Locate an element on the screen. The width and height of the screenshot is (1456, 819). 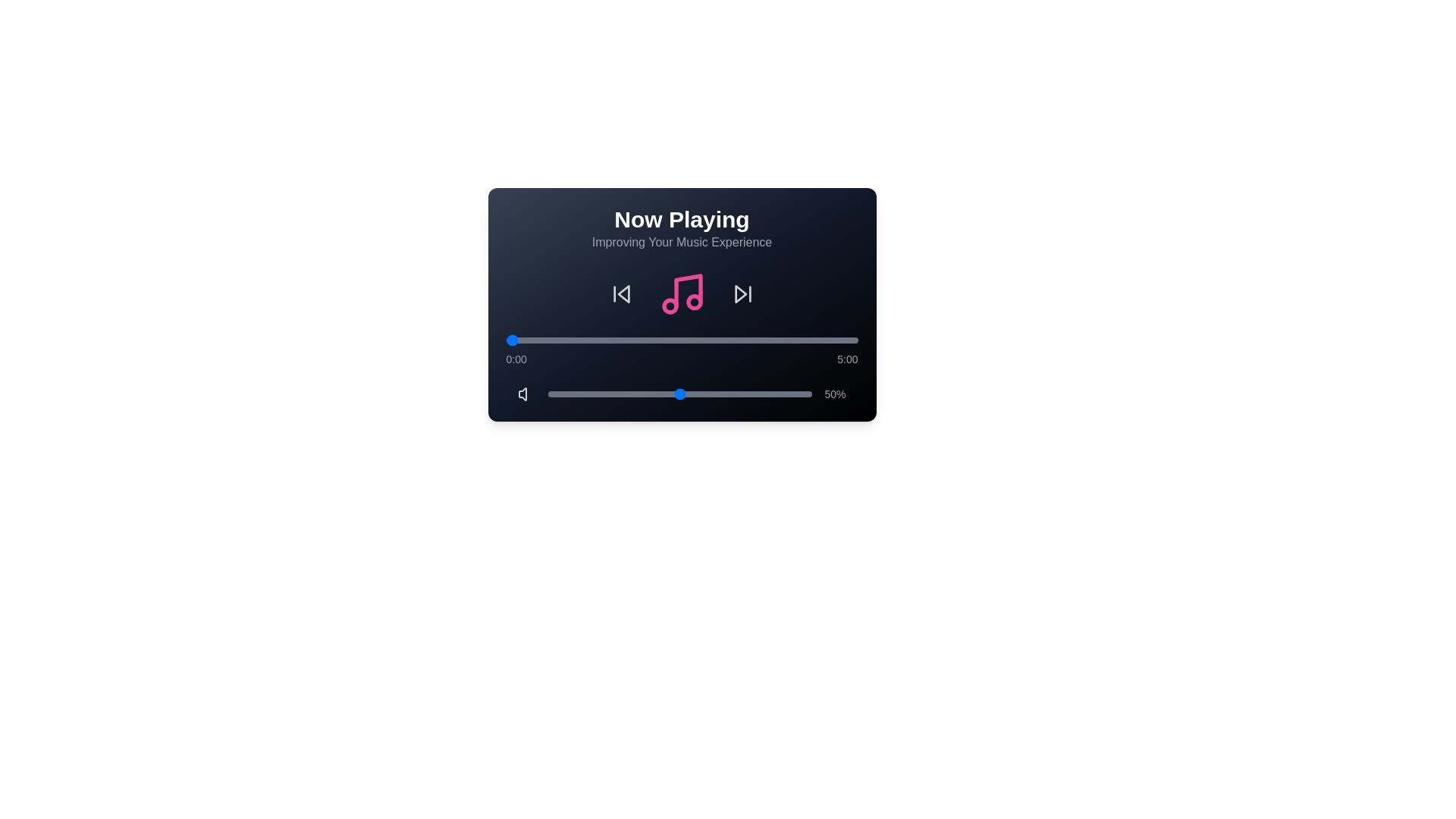
the playback progress to 176 seconds is located at coordinates (711, 339).